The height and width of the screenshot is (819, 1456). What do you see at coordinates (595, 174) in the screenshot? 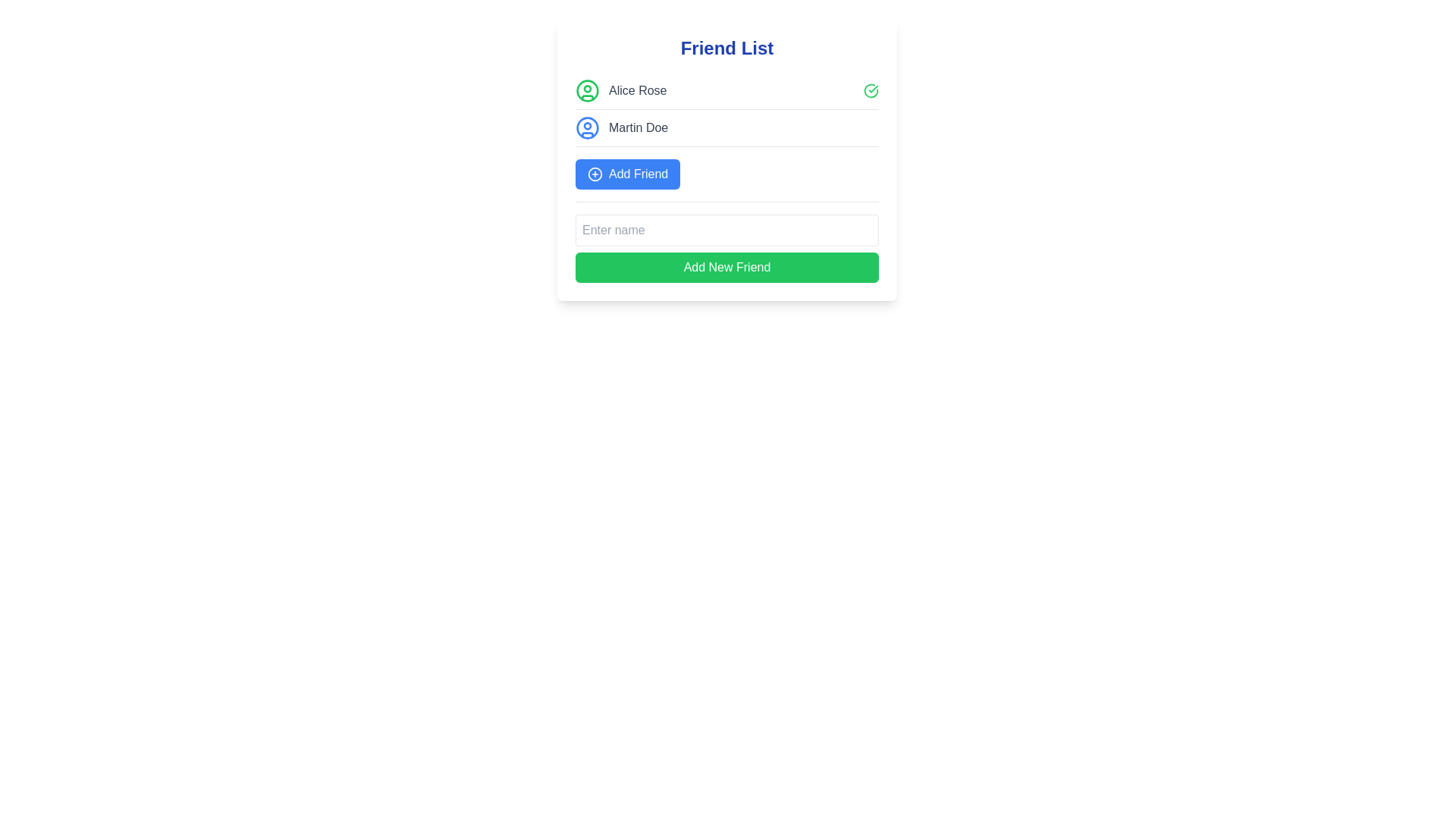
I see `the graphical representation of the 'Add Friend' icon located to the left of the 'Add Friend' text within the blue button in the central card layout` at bounding box center [595, 174].